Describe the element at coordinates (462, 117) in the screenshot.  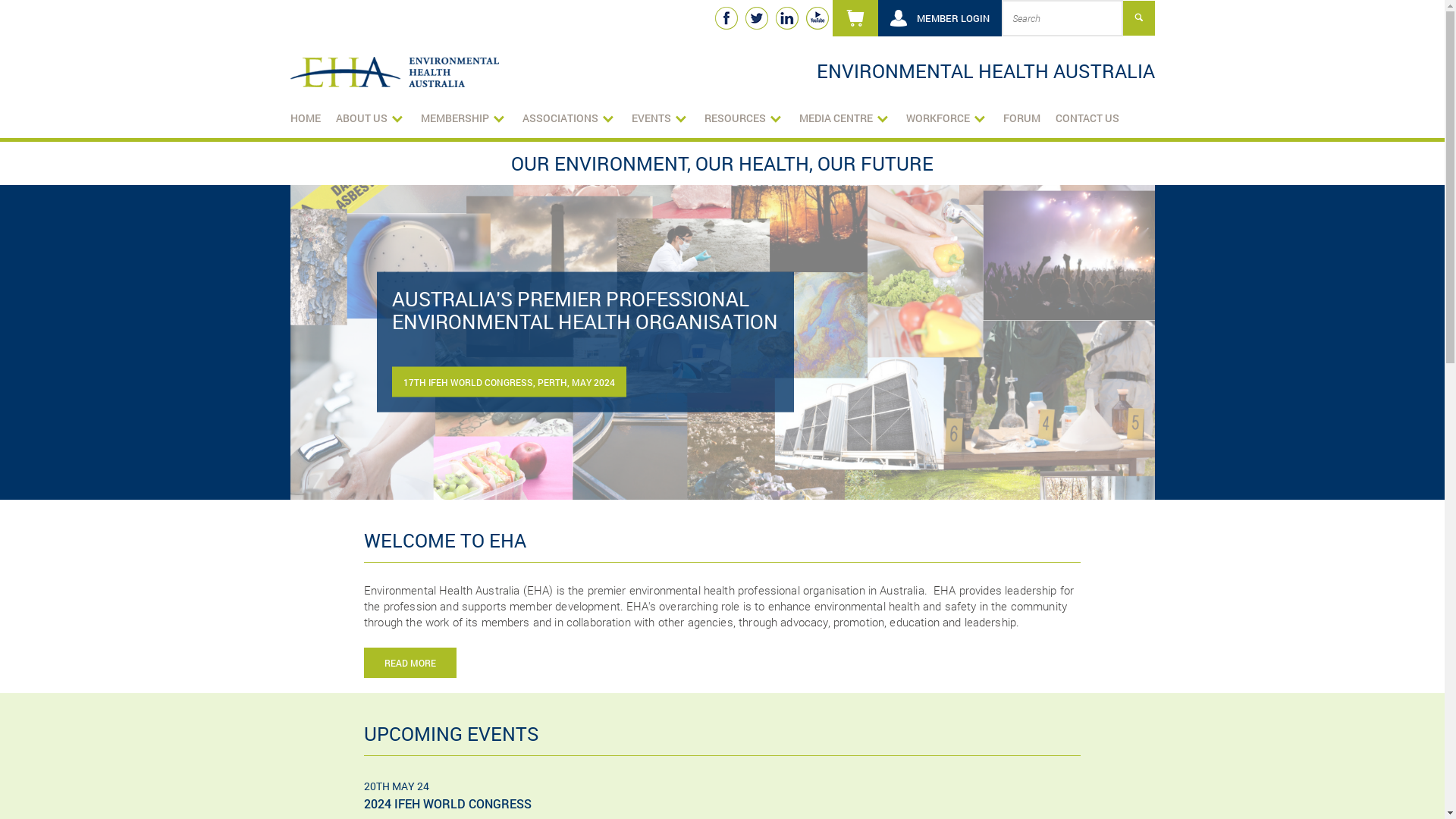
I see `'MEMBERSHIP'` at that location.